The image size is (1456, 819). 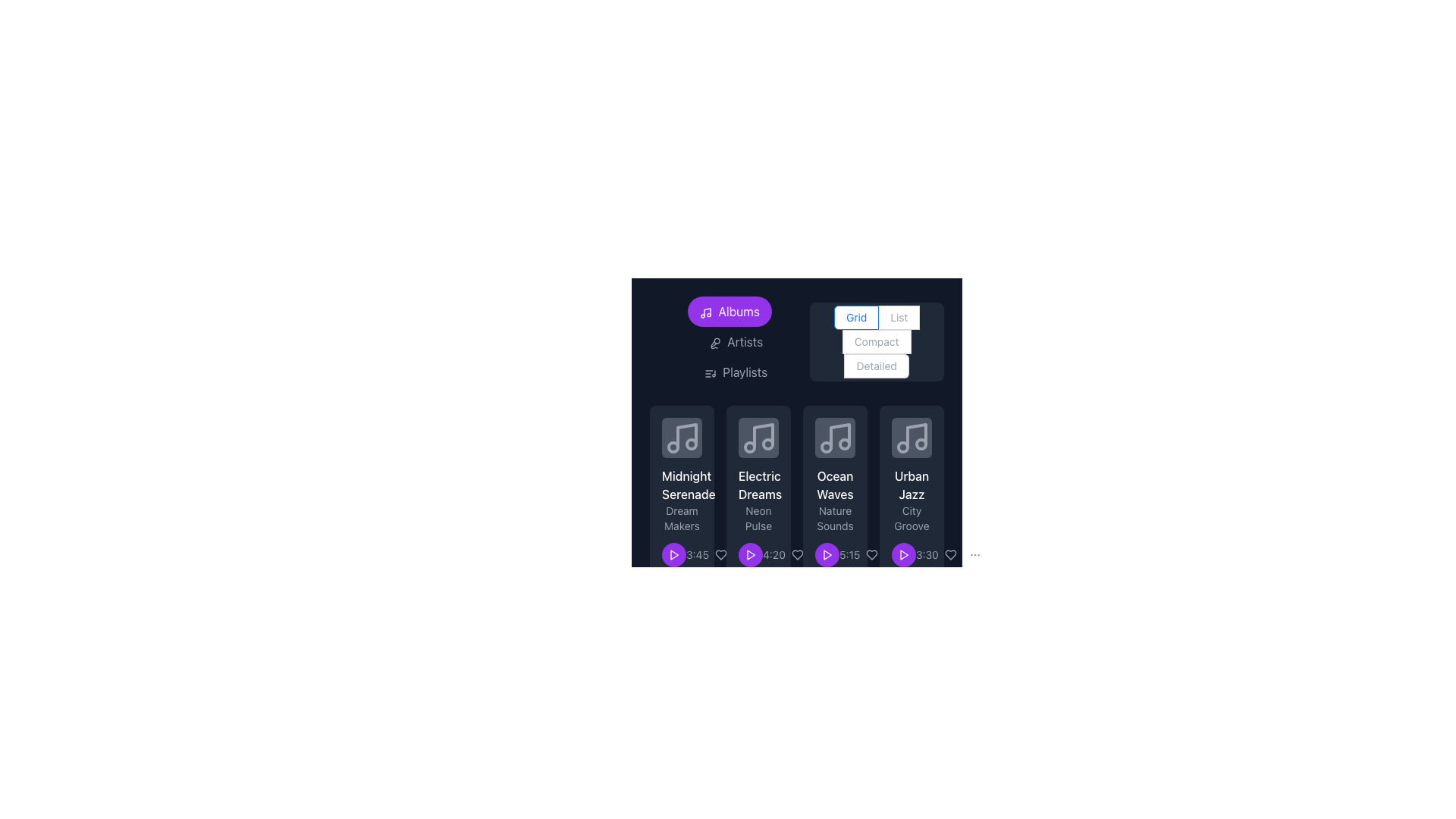 What do you see at coordinates (720, 555) in the screenshot?
I see `the hollow gray heart-shaped icon located to the right of the purple play button in the bottom section of the second music tile to like or favorite the item` at bounding box center [720, 555].